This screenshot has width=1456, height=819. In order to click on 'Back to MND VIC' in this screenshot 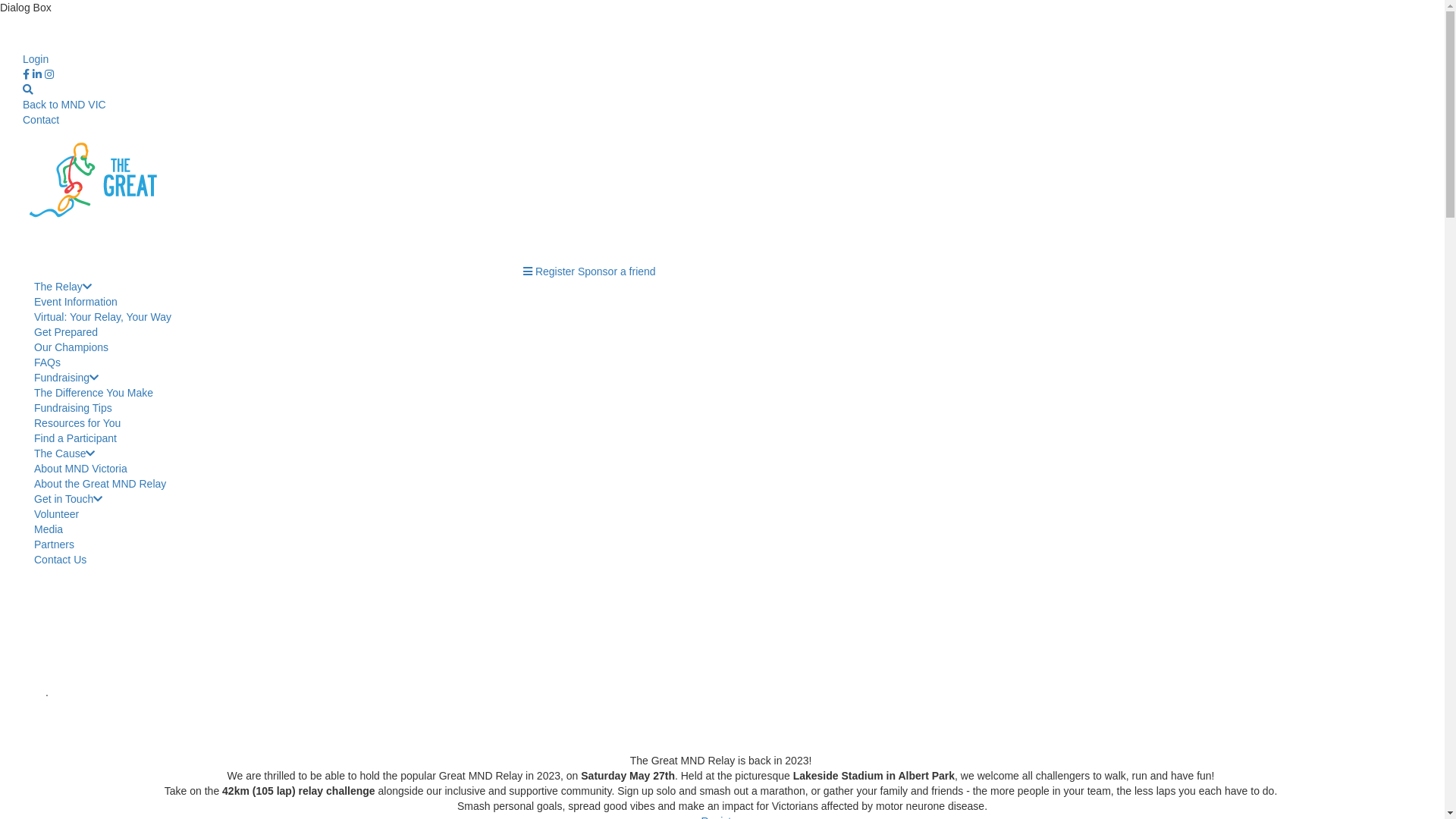, I will do `click(64, 104)`.